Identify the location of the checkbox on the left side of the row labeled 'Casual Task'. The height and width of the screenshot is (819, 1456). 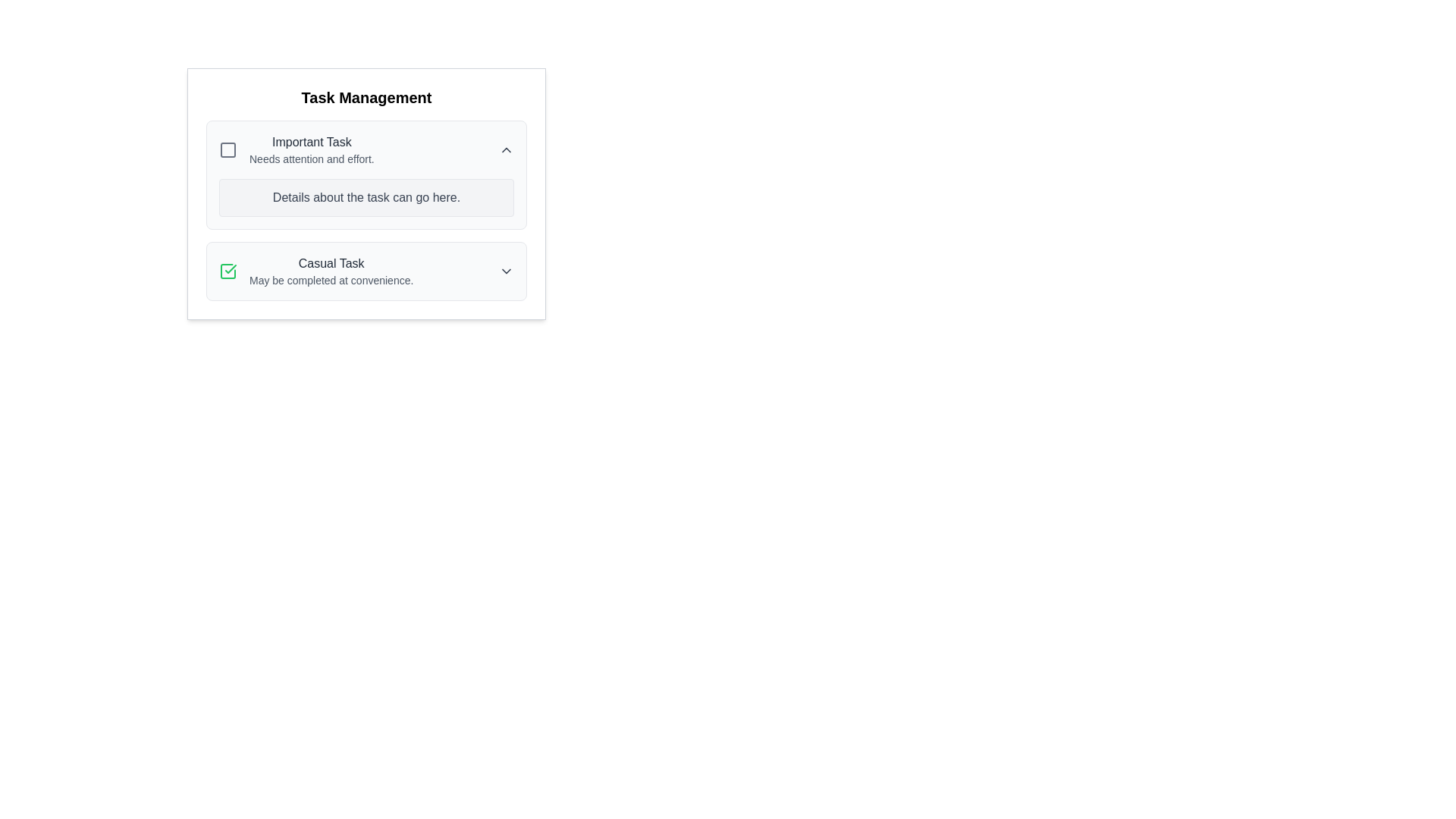
(227, 271).